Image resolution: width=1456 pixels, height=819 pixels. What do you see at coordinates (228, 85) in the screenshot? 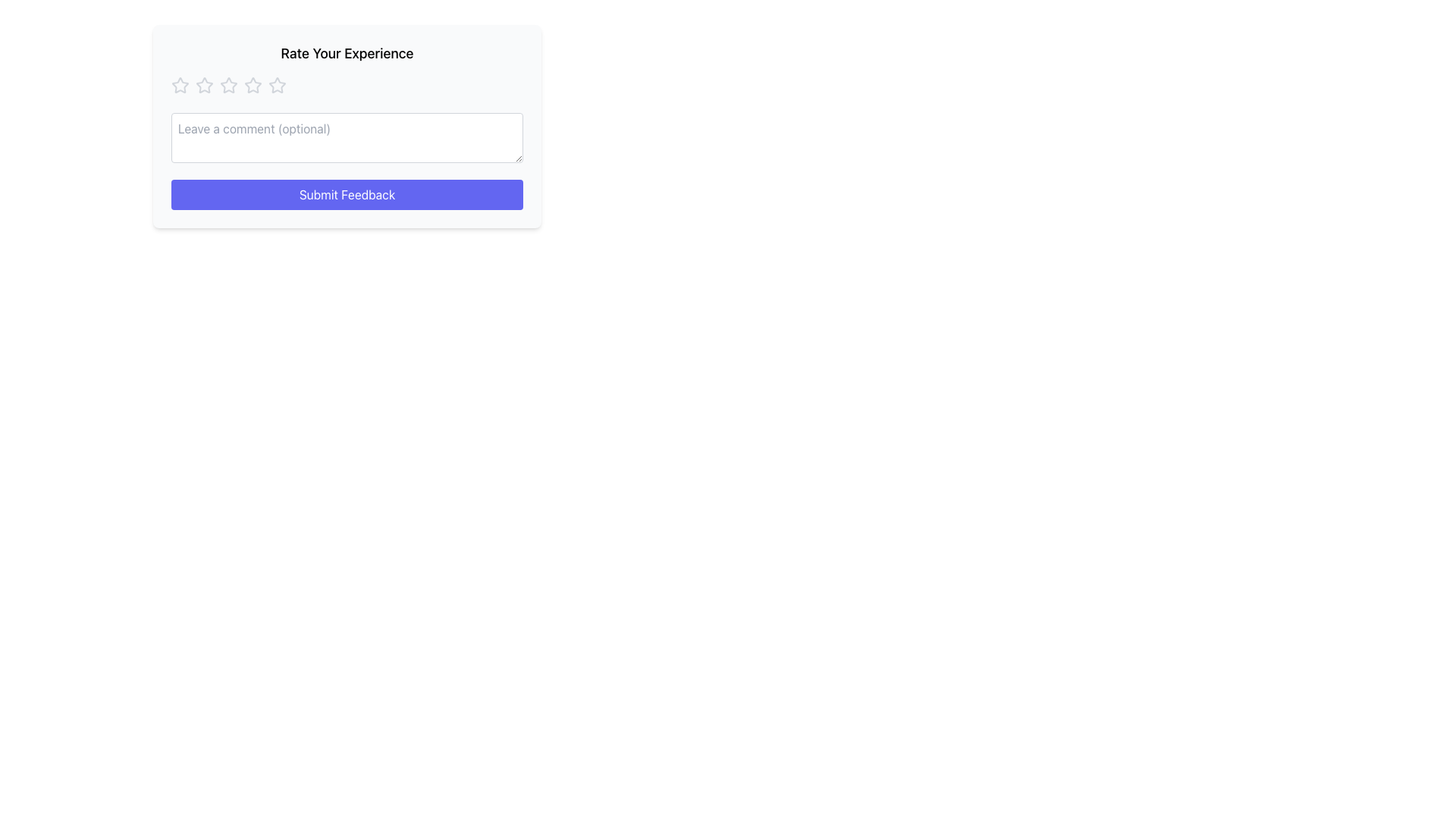
I see `the second star icon in the five-star rating system` at bounding box center [228, 85].